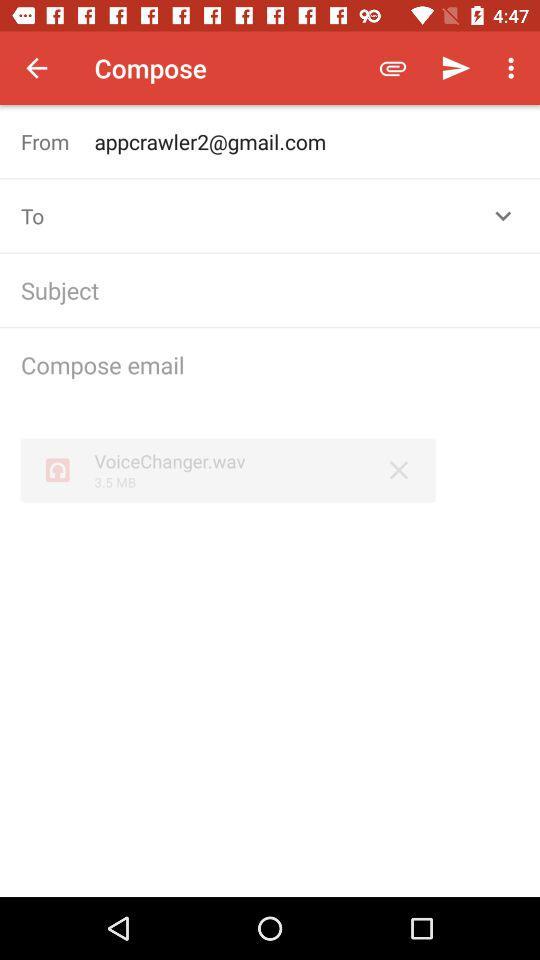 Image resolution: width=540 pixels, height=960 pixels. Describe the element at coordinates (393, 68) in the screenshot. I see `the icon to the right of compose item` at that location.